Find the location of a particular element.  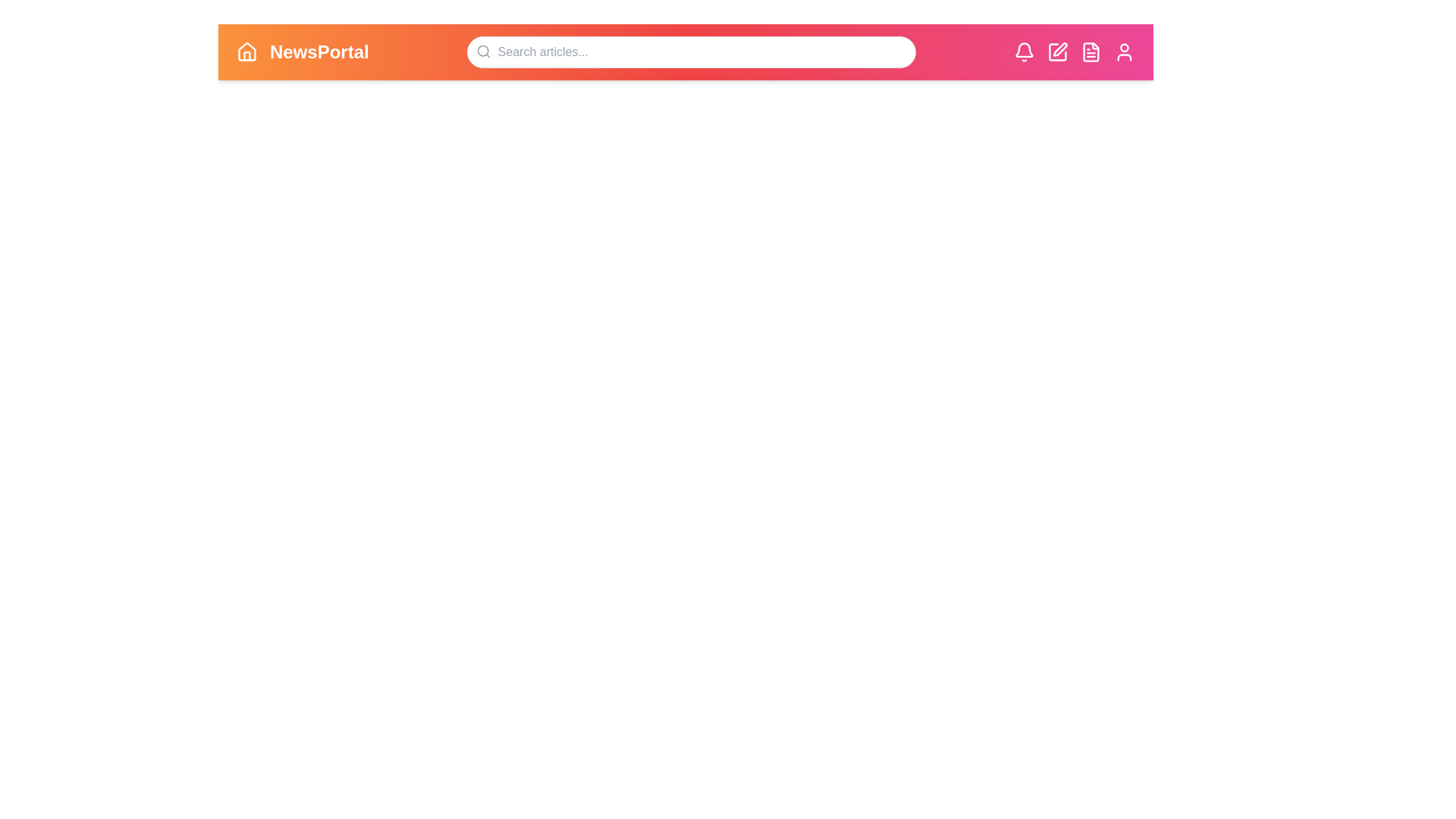

the 'Home' icon to navigate to the homepage is located at coordinates (247, 52).